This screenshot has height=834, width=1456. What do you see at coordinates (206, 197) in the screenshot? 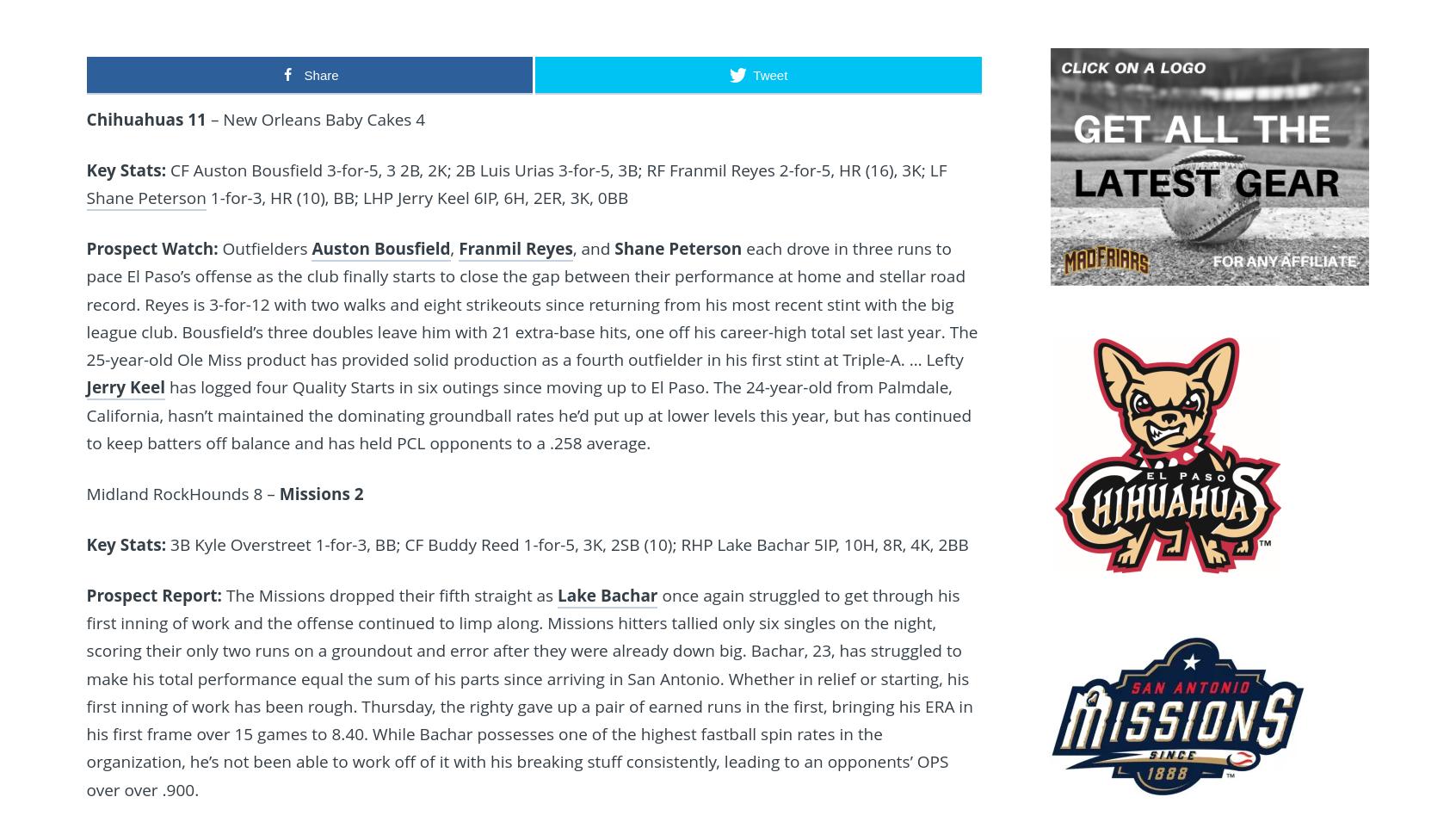
I see `'1-for-3, HR (10), BB; LHP Jerry Keel 6IP, 6H, 2ER, 3K, 0BB'` at bounding box center [206, 197].